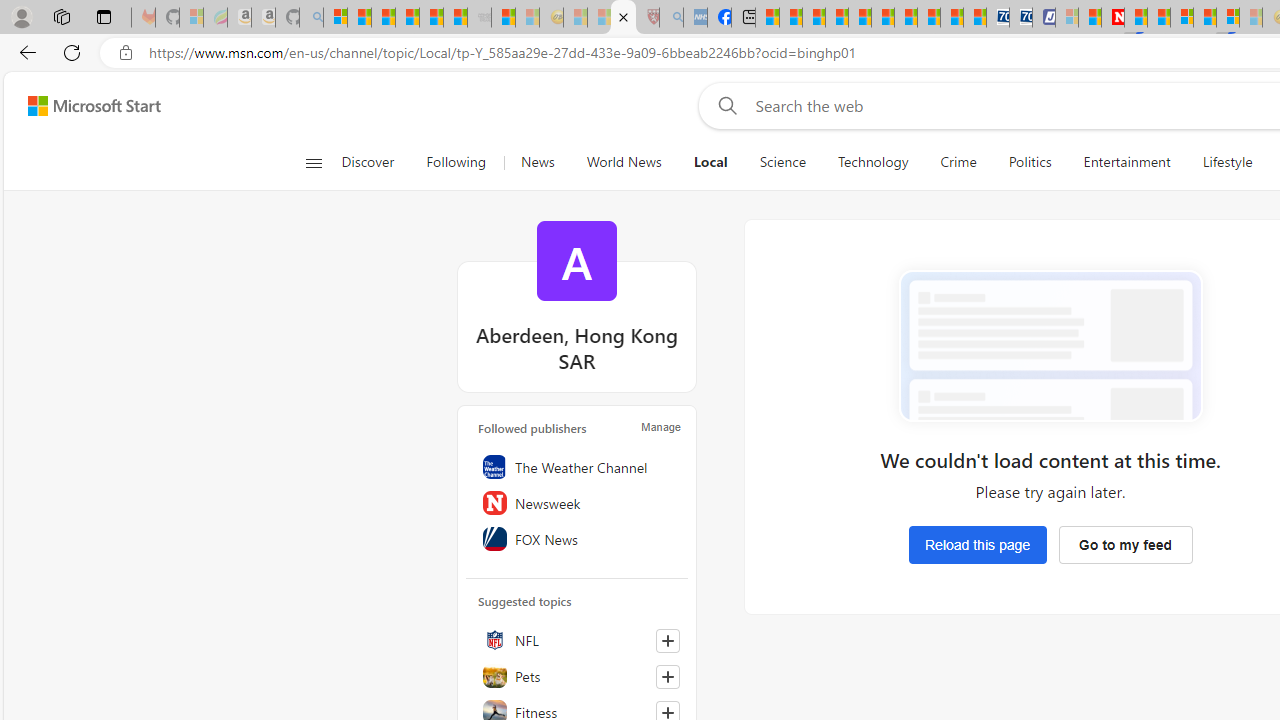 The height and width of the screenshot is (720, 1280). Describe the element at coordinates (576, 537) in the screenshot. I see `'FOX News'` at that location.